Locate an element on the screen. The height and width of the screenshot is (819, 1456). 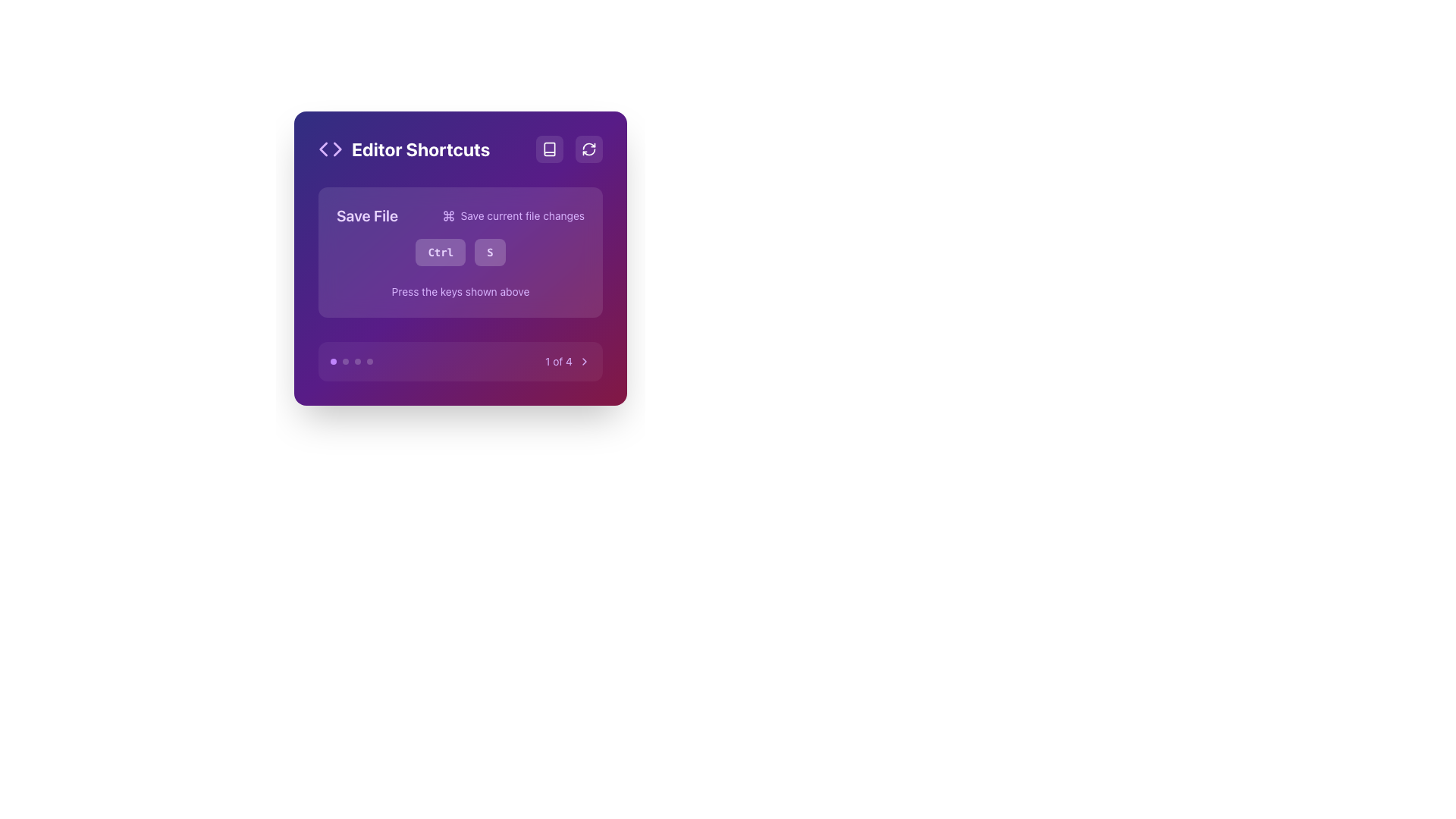
the Label with an icon that has the text 'Save current file changes', which is styled in light purple and is located beneath the 'Save File' heading is located at coordinates (513, 216).